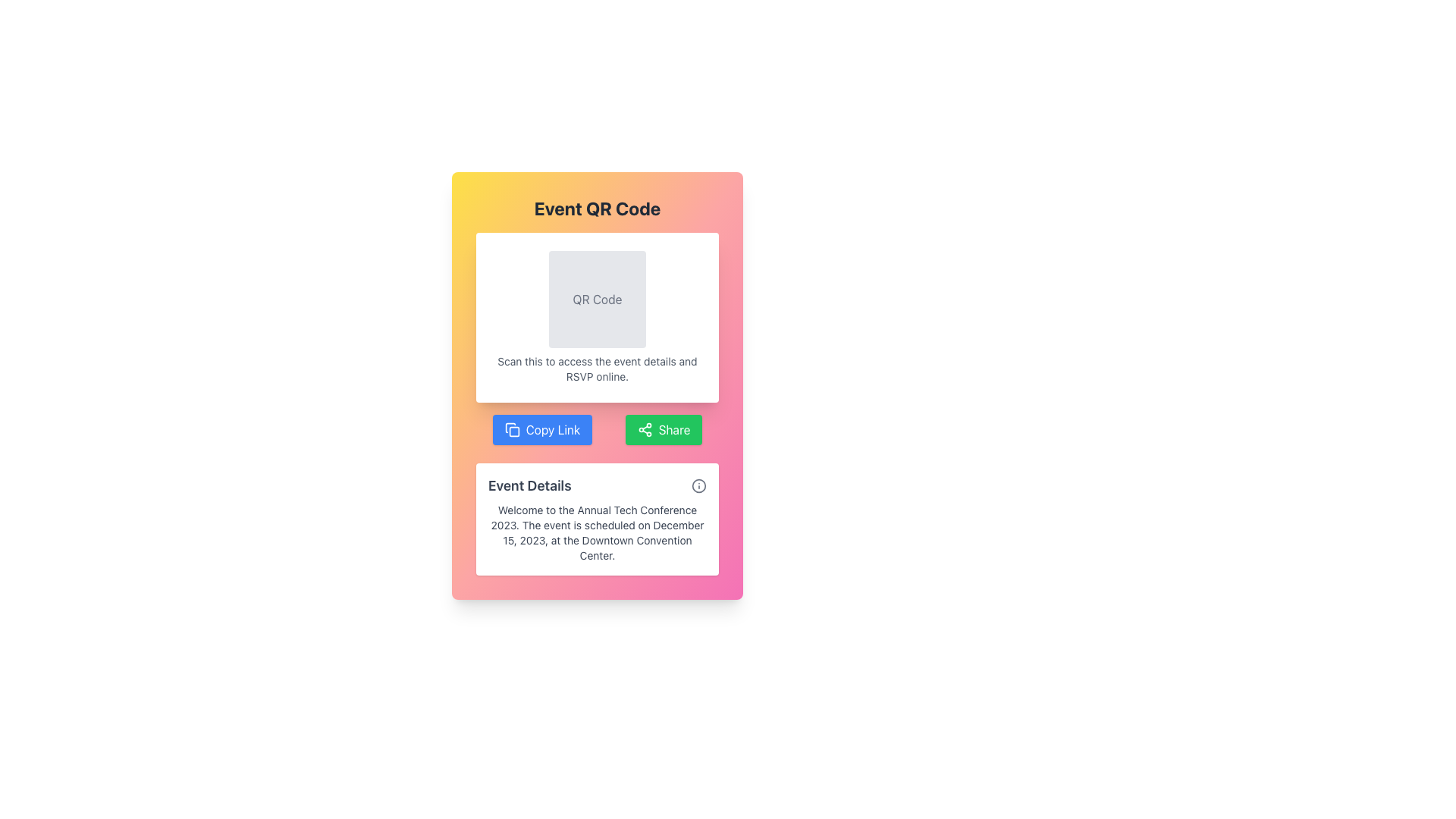 The image size is (1456, 819). Describe the element at coordinates (596, 430) in the screenshot. I see `the 'Share' button in the button group located below the QR Code description and above the 'Event Details' section` at that location.